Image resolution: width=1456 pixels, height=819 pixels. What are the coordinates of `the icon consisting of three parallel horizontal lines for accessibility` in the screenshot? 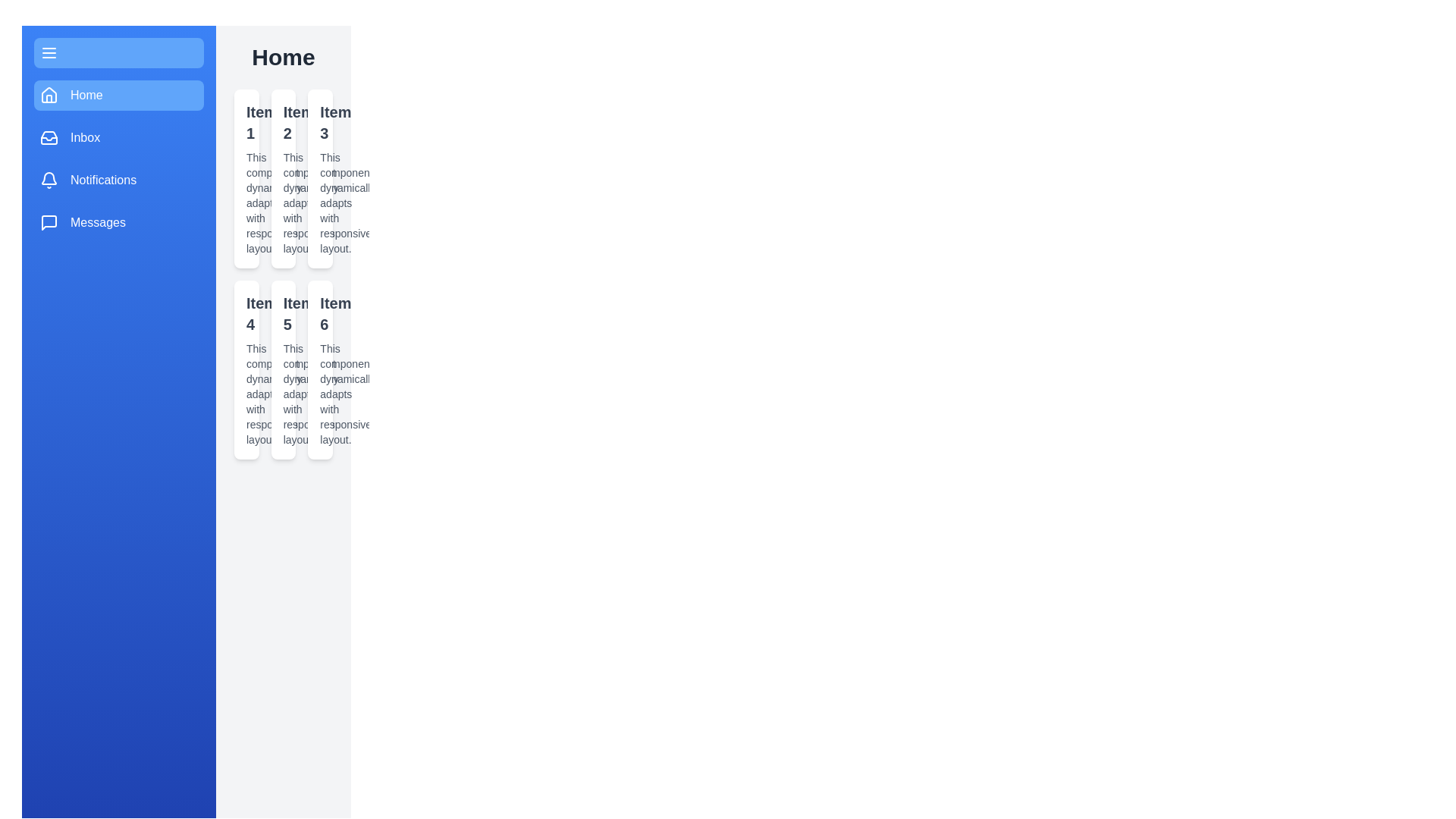 It's located at (49, 52).